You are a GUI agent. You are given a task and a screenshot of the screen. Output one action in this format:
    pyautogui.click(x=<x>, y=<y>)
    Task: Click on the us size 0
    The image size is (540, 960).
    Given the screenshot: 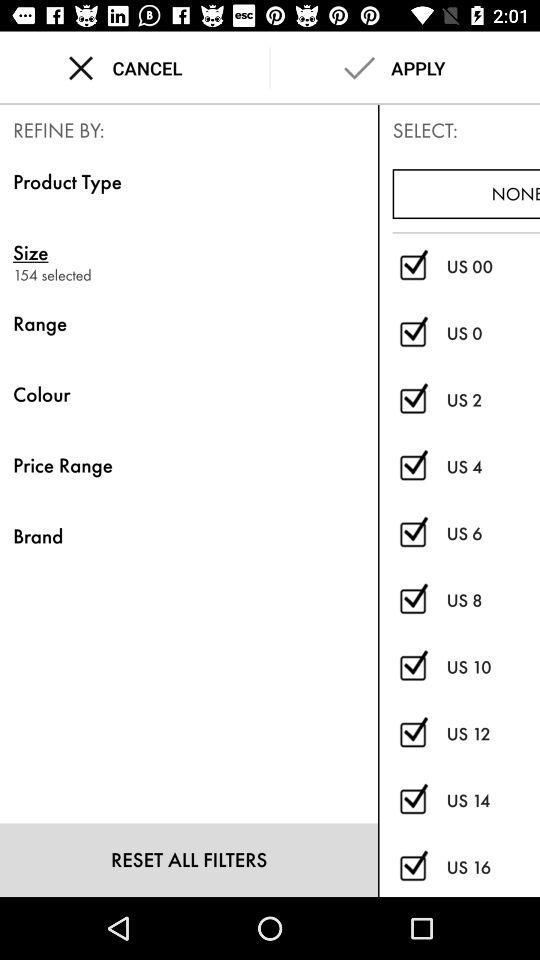 What is the action you would take?
    pyautogui.click(x=412, y=333)
    